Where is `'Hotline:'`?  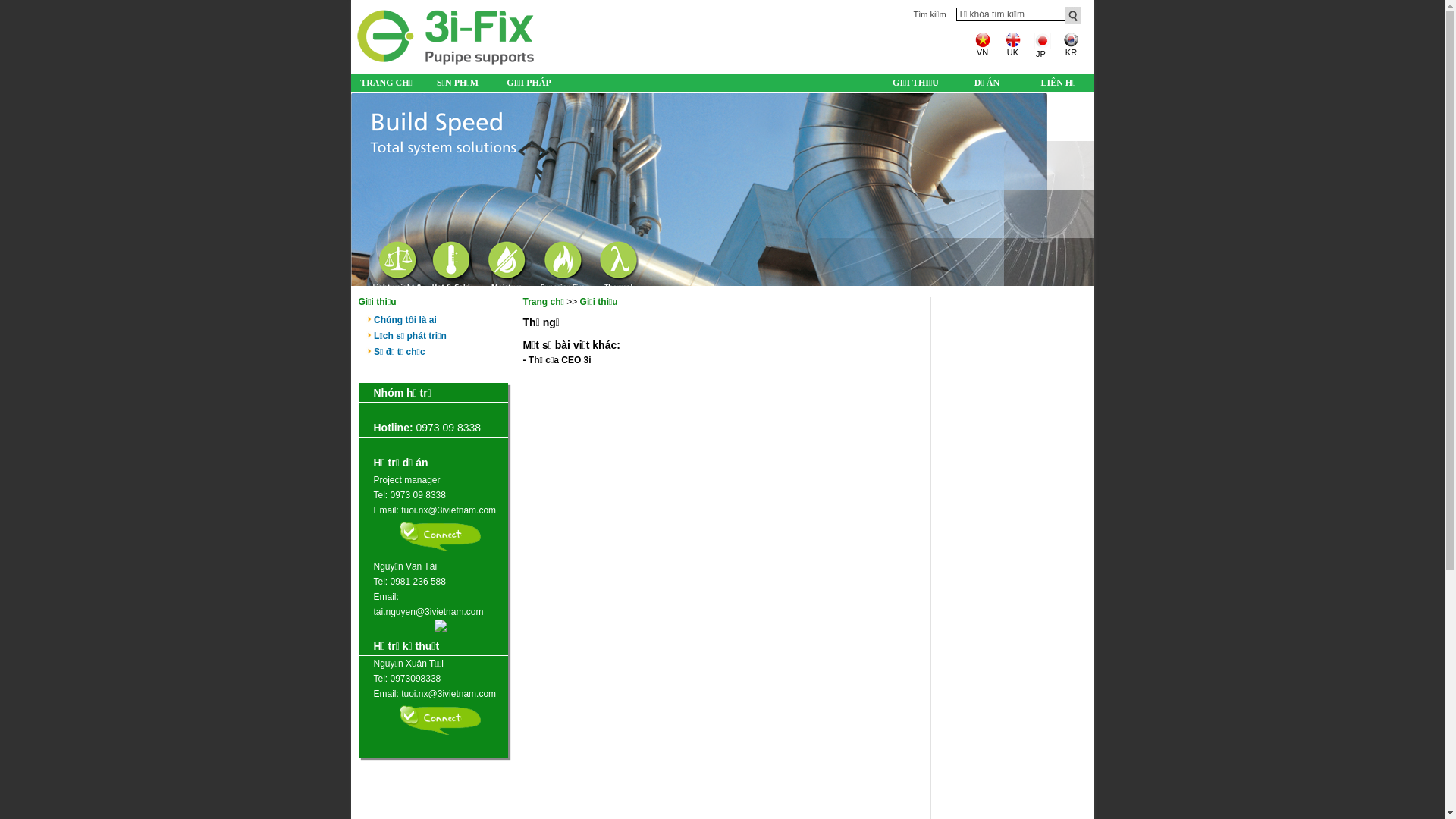
'Hotline:' is located at coordinates (393, 427).